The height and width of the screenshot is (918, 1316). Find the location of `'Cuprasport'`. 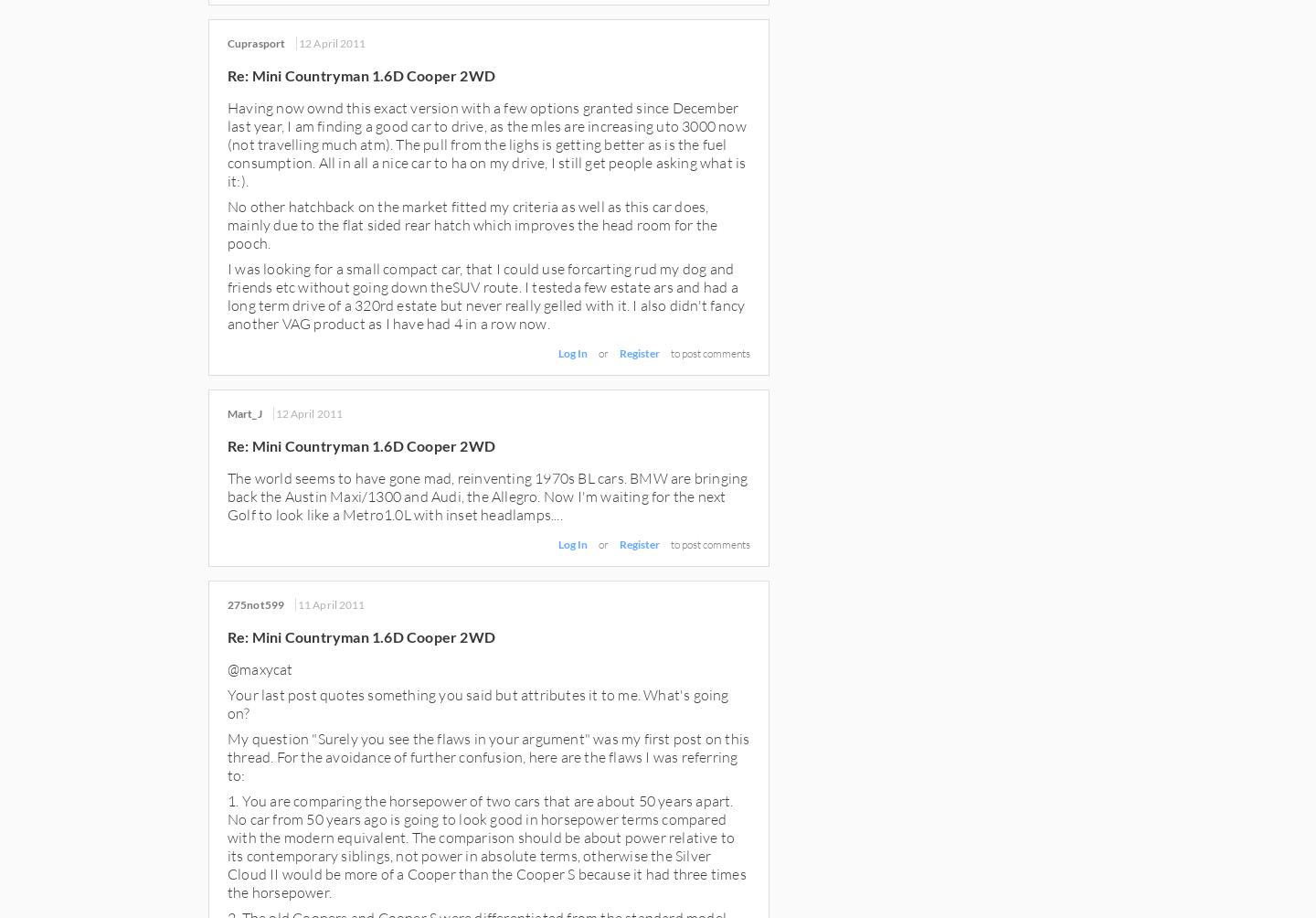

'Cuprasport' is located at coordinates (255, 43).